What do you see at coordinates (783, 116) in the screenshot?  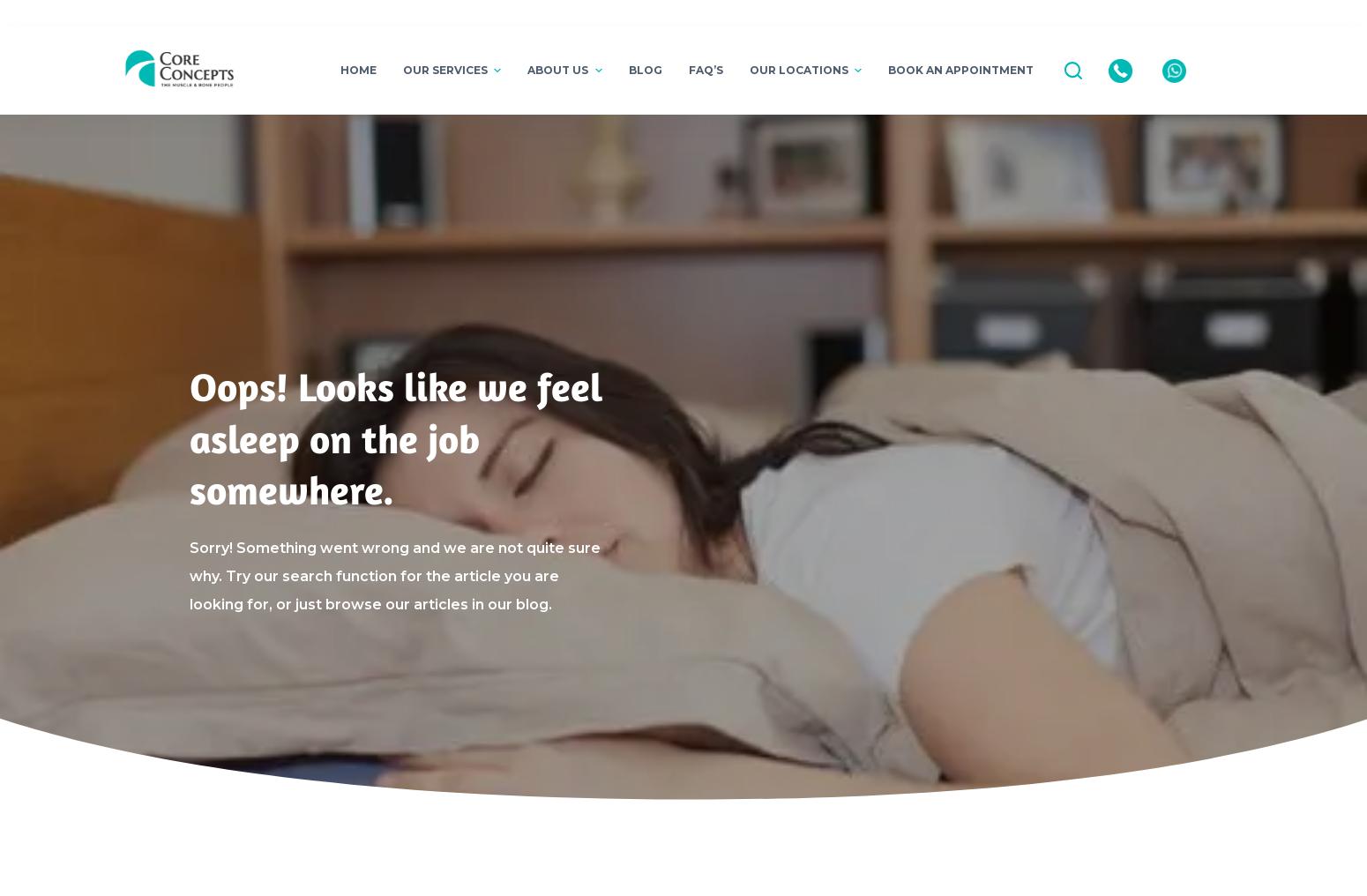 I see `'Harbourfront'` at bounding box center [783, 116].